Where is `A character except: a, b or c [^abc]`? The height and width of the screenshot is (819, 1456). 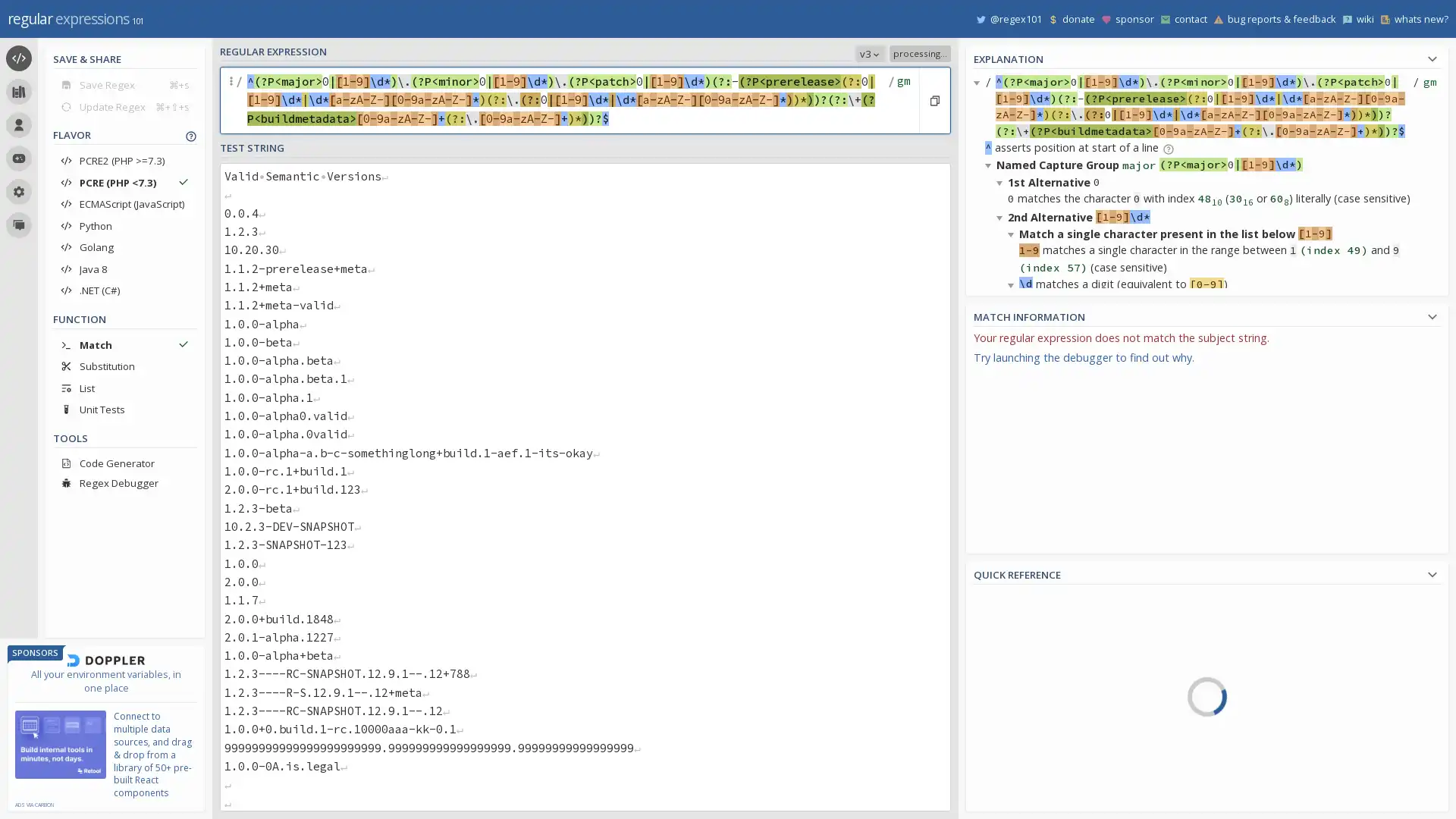
A character except: a, b or c [^abc] is located at coordinates (1282, 622).